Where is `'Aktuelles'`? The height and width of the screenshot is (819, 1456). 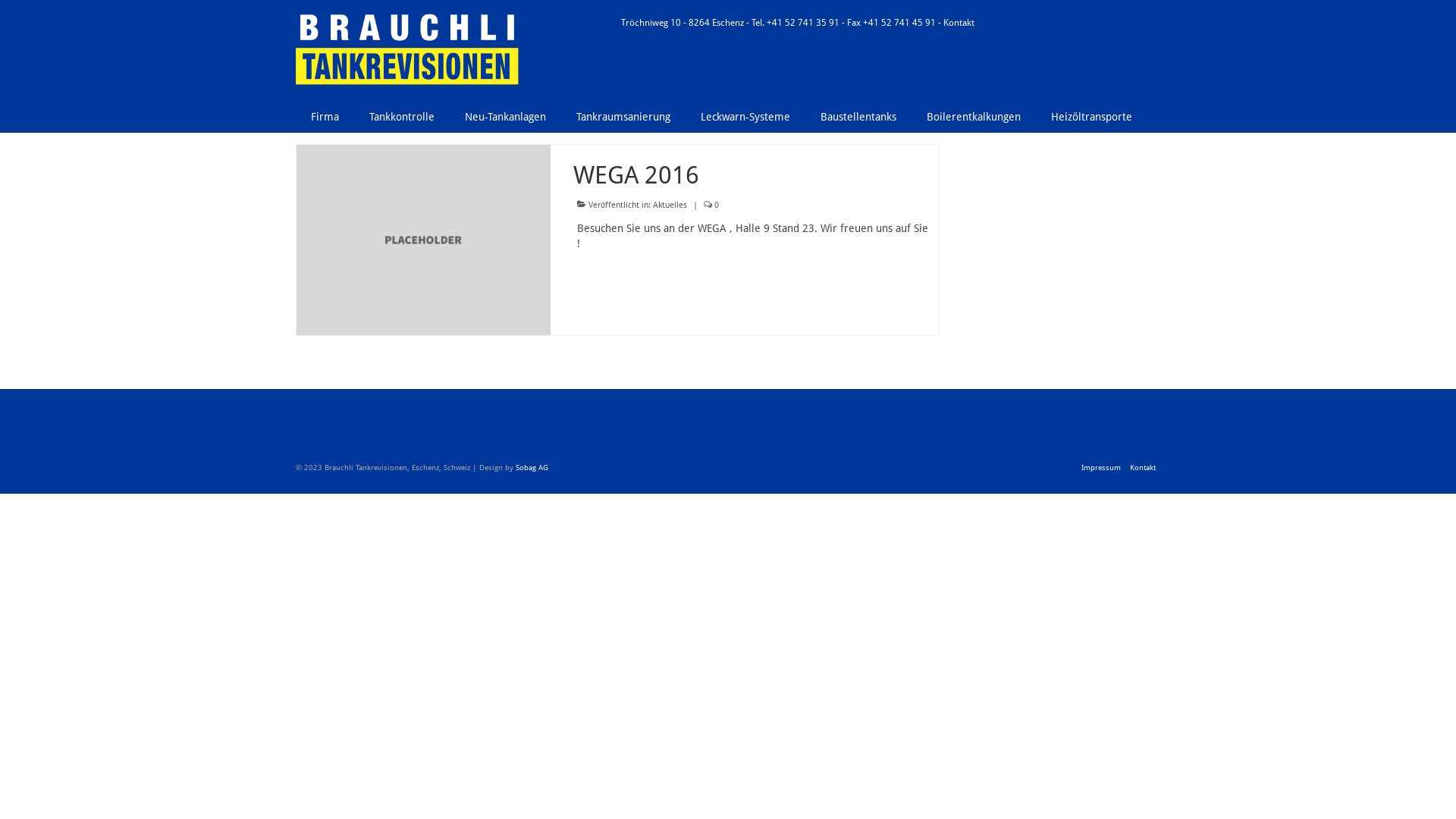
'Aktuelles' is located at coordinates (652, 205).